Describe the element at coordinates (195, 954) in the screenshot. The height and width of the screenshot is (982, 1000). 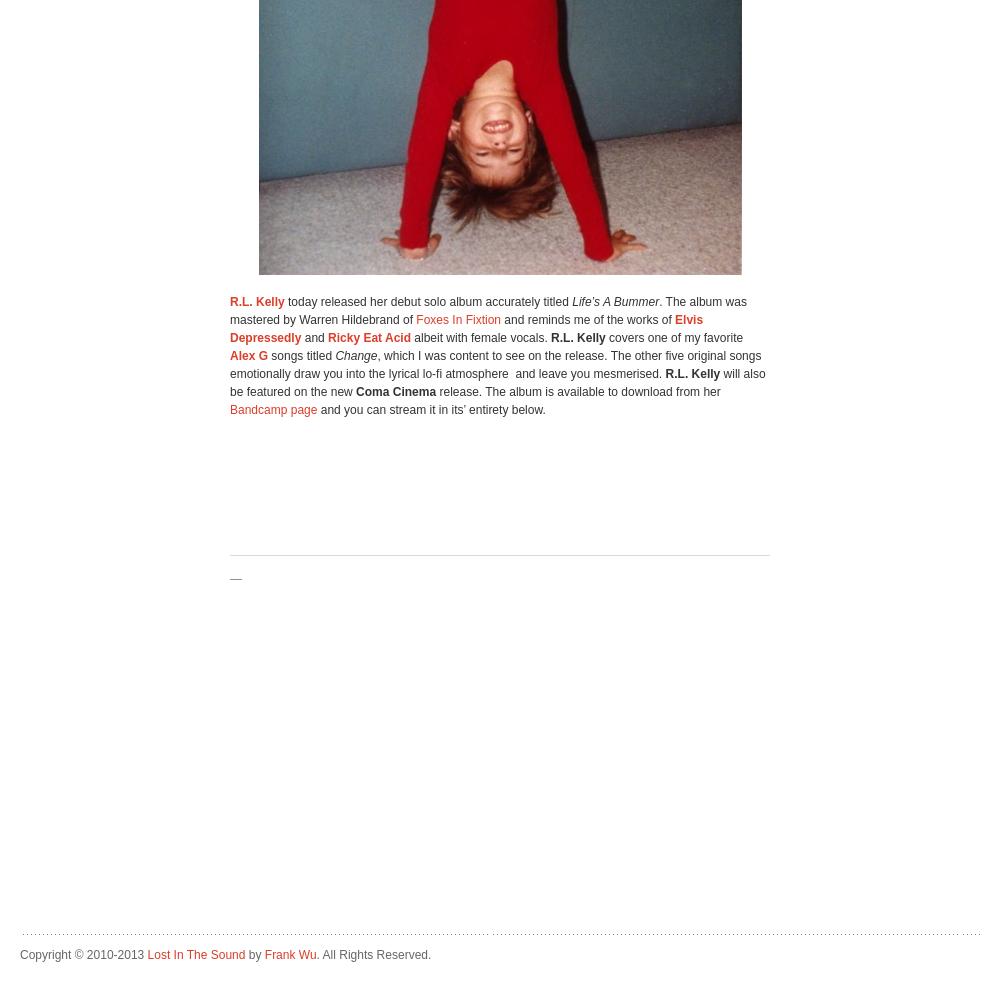
I see `'Lost In The Sound'` at that location.